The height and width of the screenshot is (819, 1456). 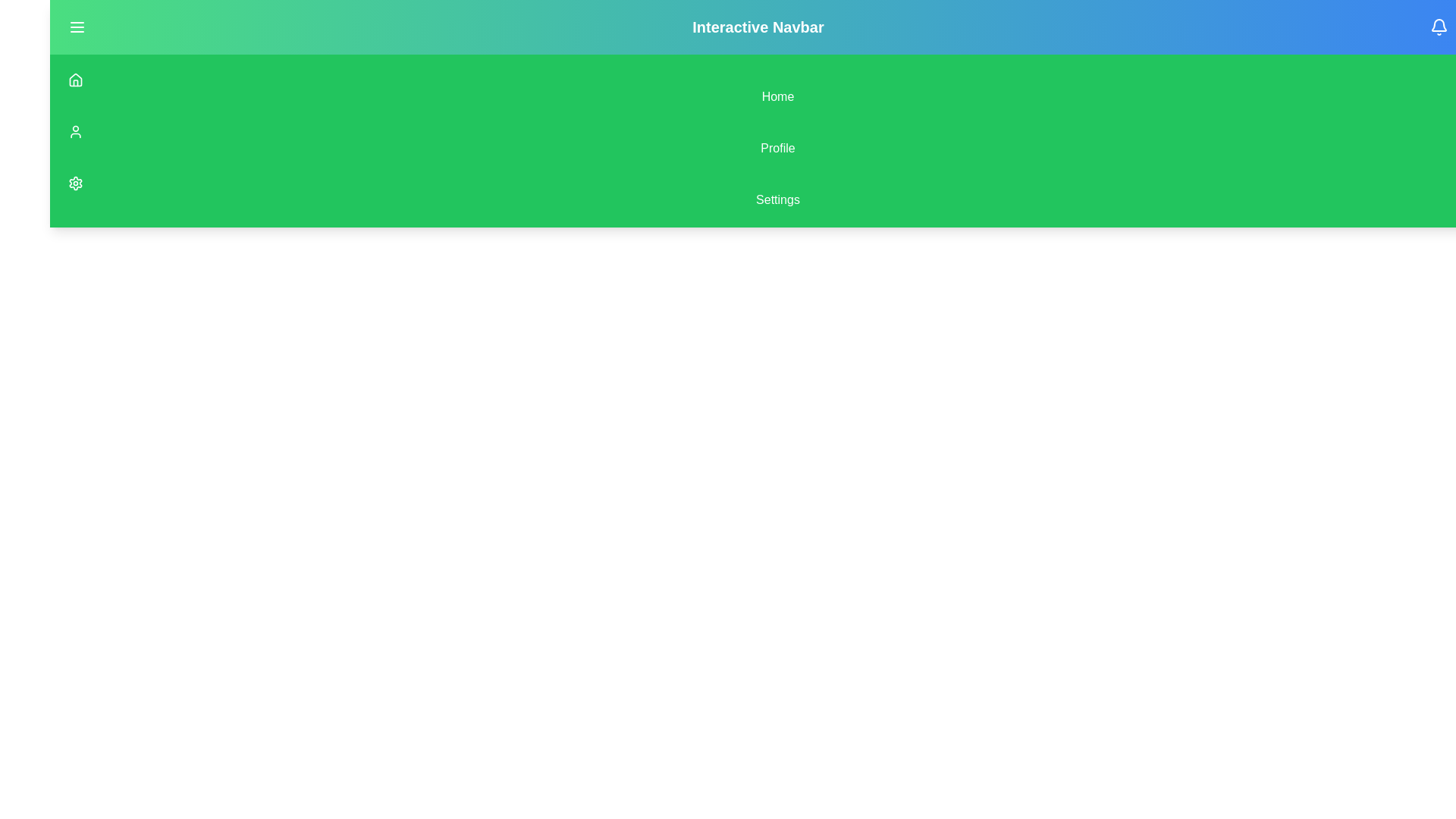 I want to click on the settings icon located near the bottom-left of the green vertical sidebar, so click(x=75, y=183).